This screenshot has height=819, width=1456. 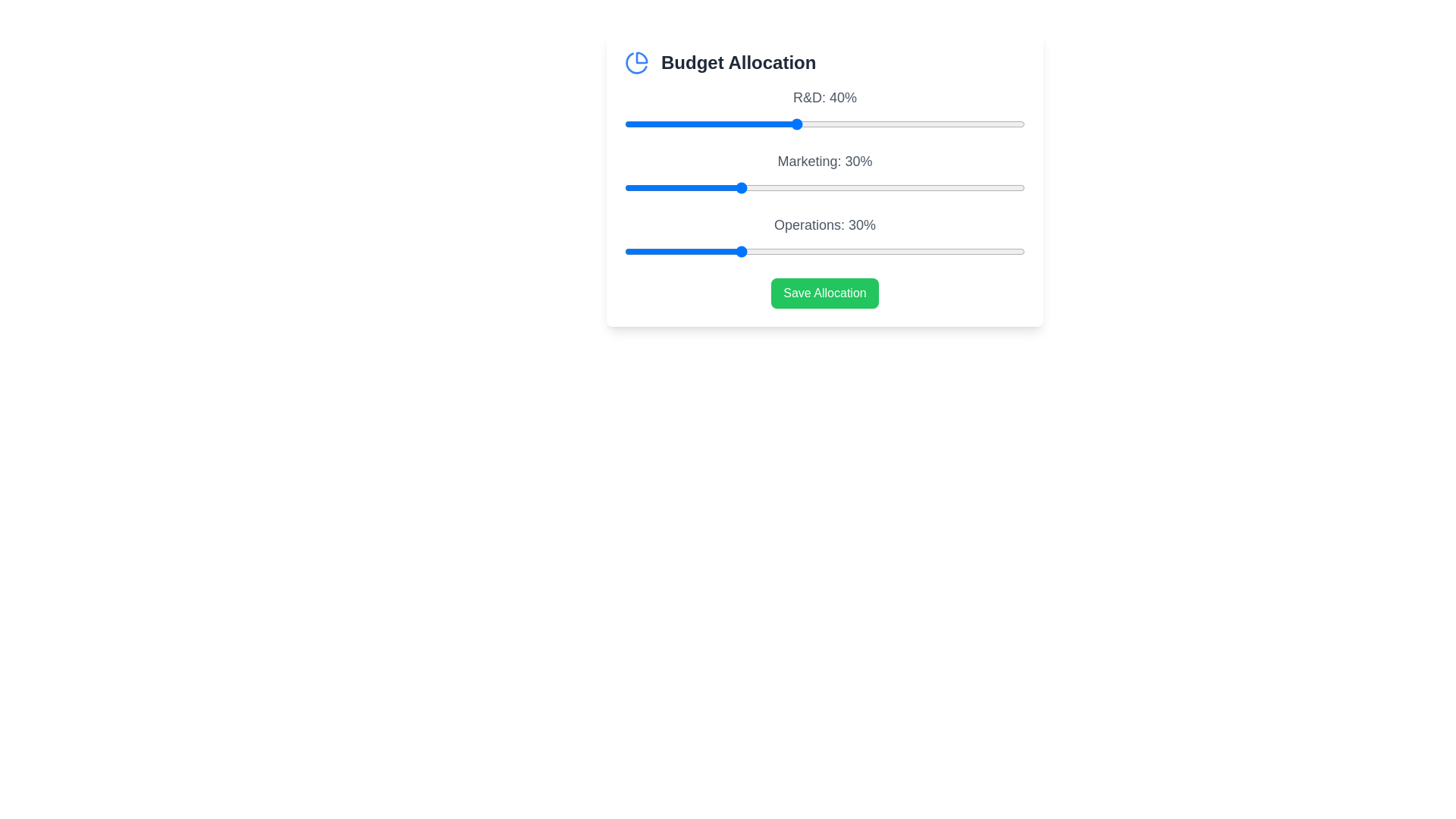 I want to click on the 'Marketing' slider to allocate 27% budget, so click(x=721, y=187).